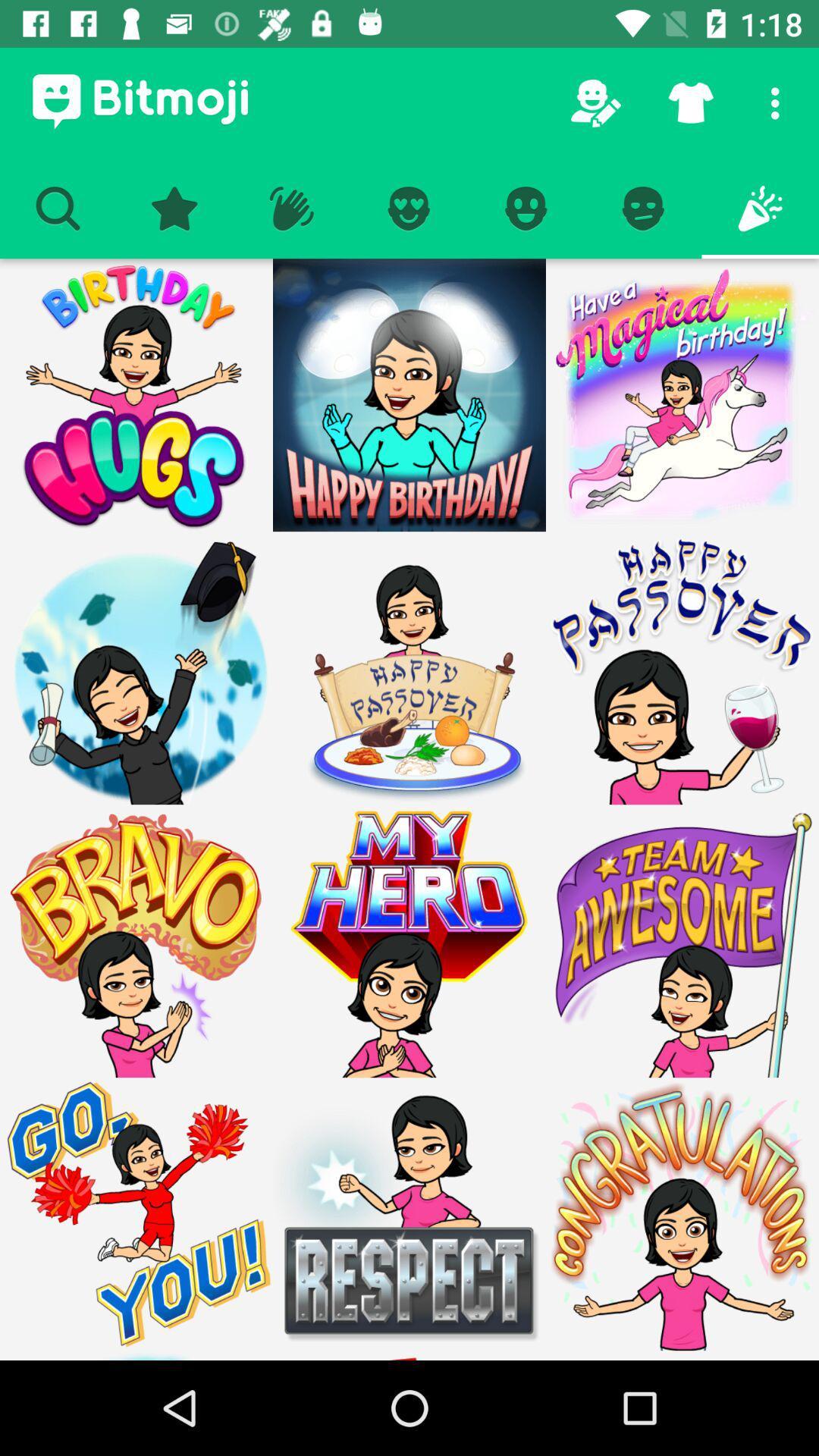 This screenshot has width=819, height=1456. I want to click on bravo, so click(136, 940).